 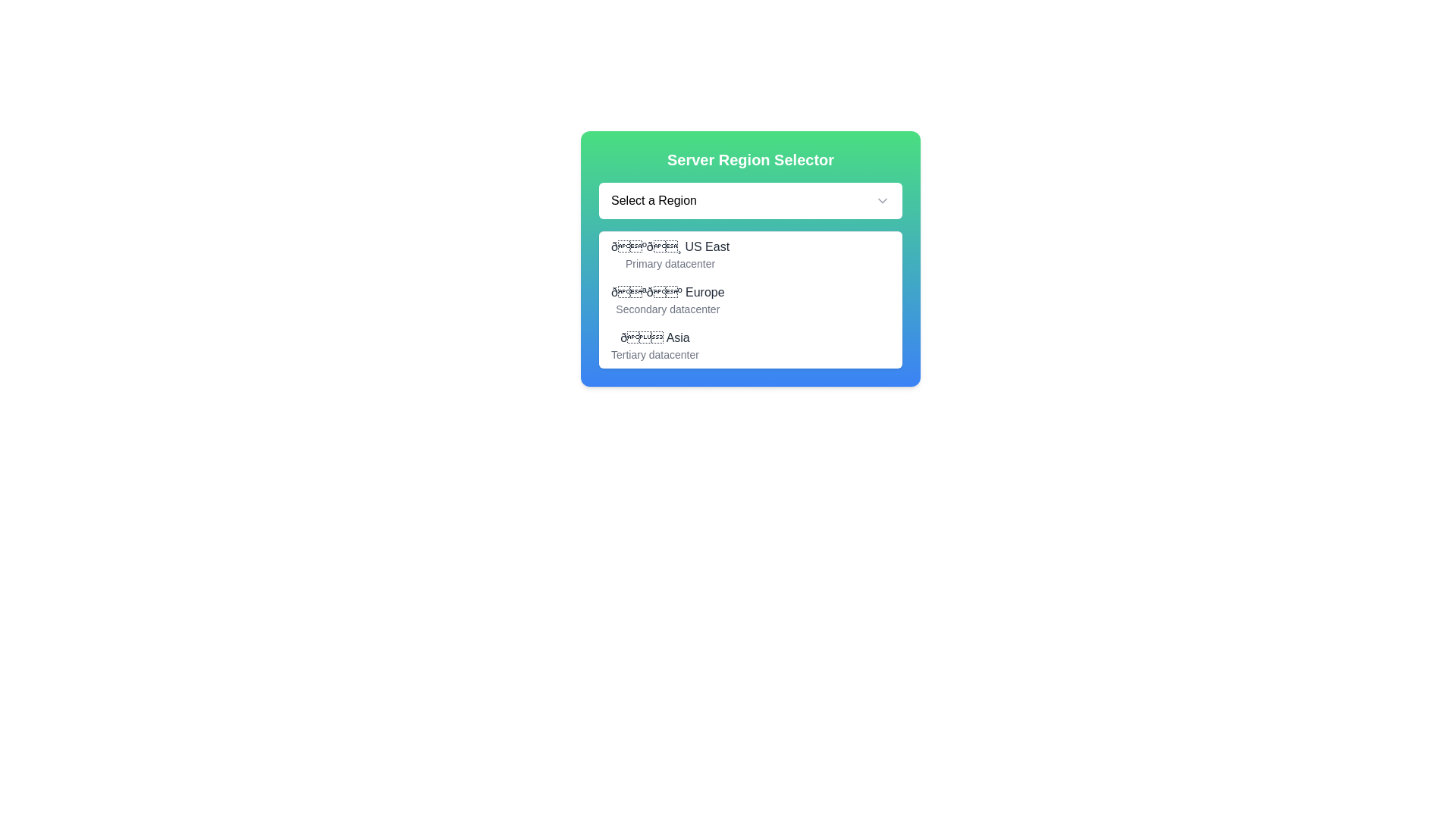 I want to click on the textual description element indicating that 'US East' is the primary data center, which is positioned beneath the text '🇺🇸 US East' in the dropdown menu, so click(x=669, y=262).